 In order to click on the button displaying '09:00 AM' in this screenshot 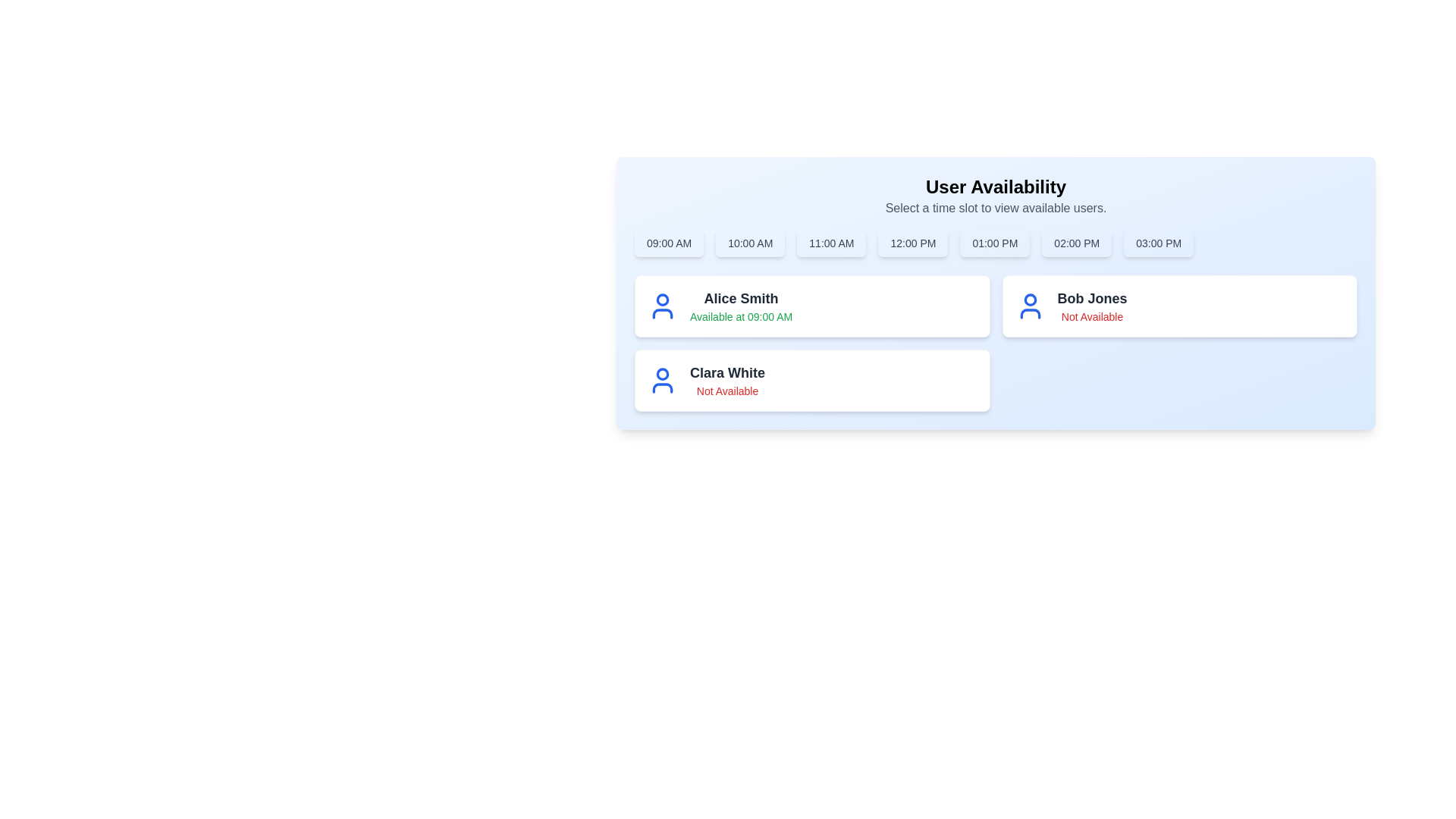, I will do `click(668, 242)`.